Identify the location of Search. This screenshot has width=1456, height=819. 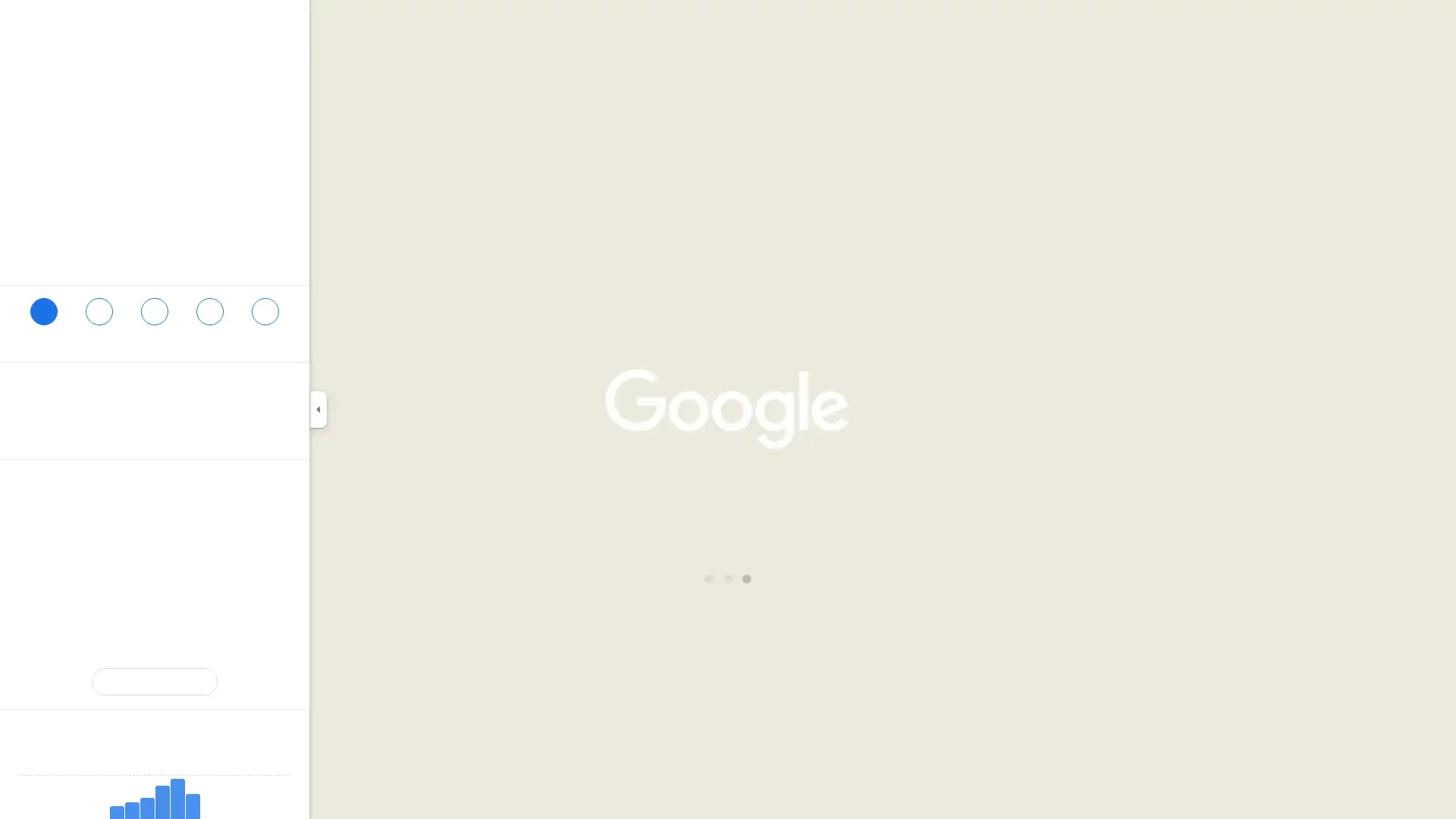
(240, 24).